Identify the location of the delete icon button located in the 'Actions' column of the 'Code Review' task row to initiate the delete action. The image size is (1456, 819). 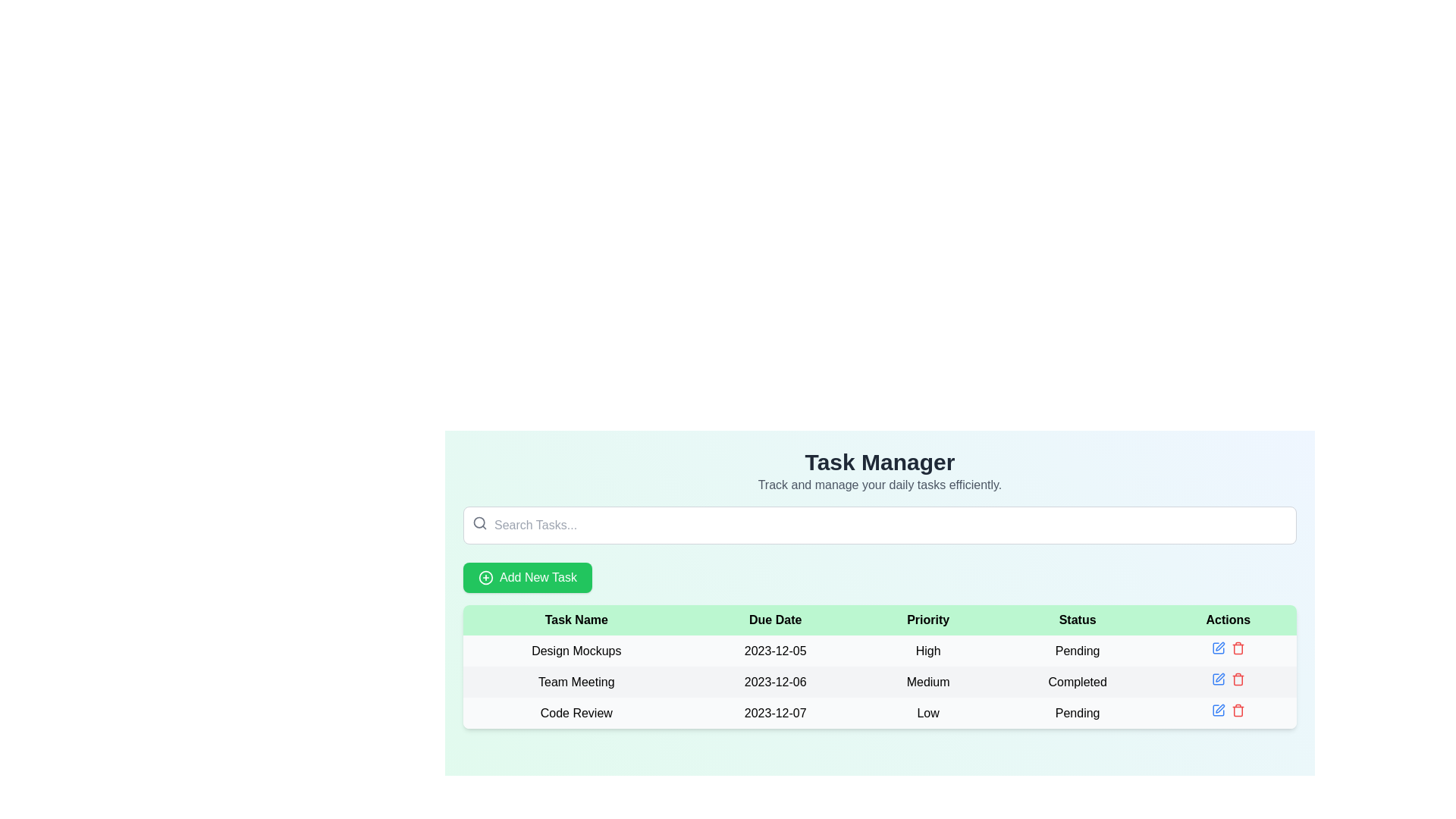
(1238, 711).